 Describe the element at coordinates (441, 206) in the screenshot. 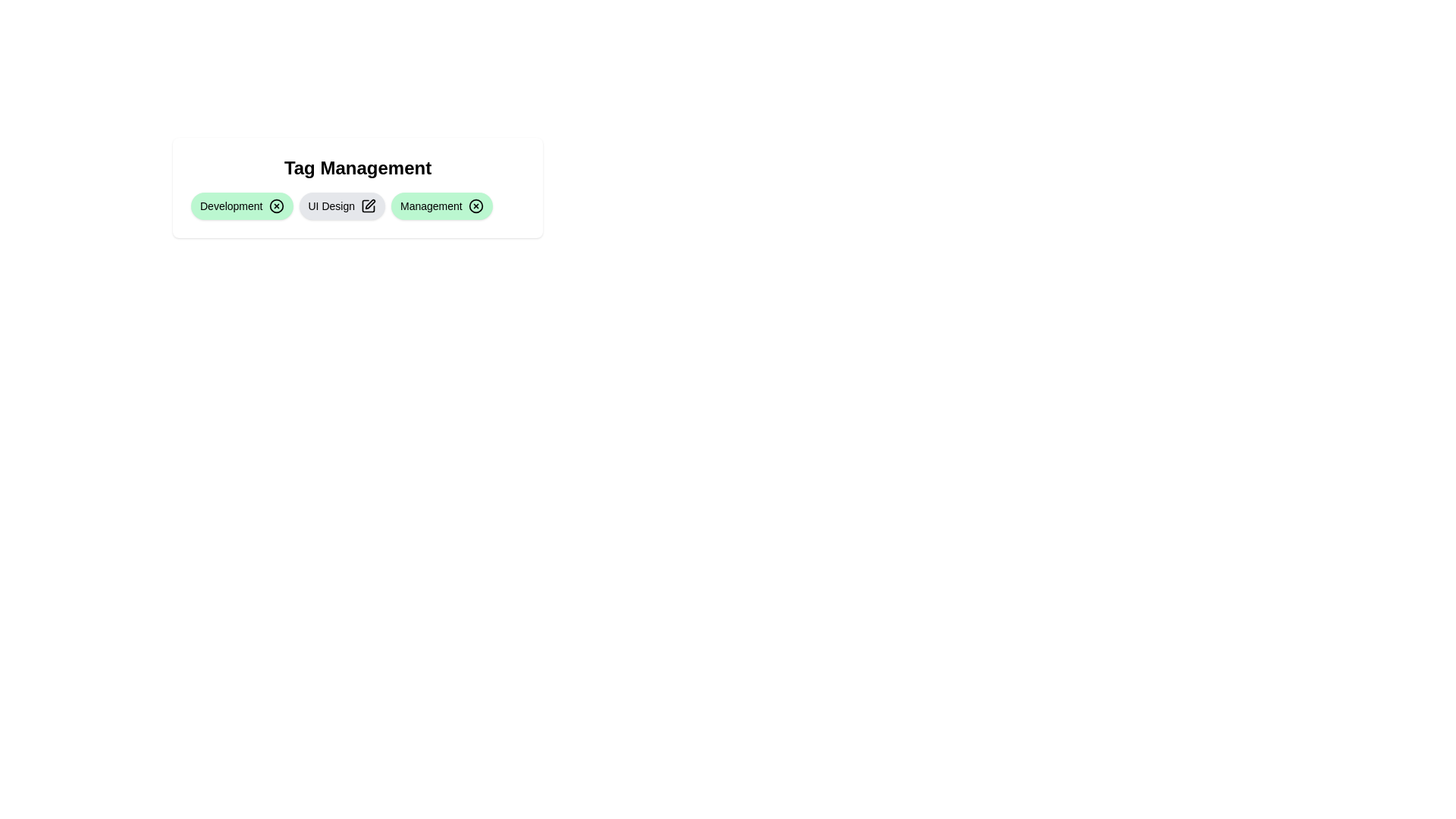

I see `the tag labeled Management` at that location.